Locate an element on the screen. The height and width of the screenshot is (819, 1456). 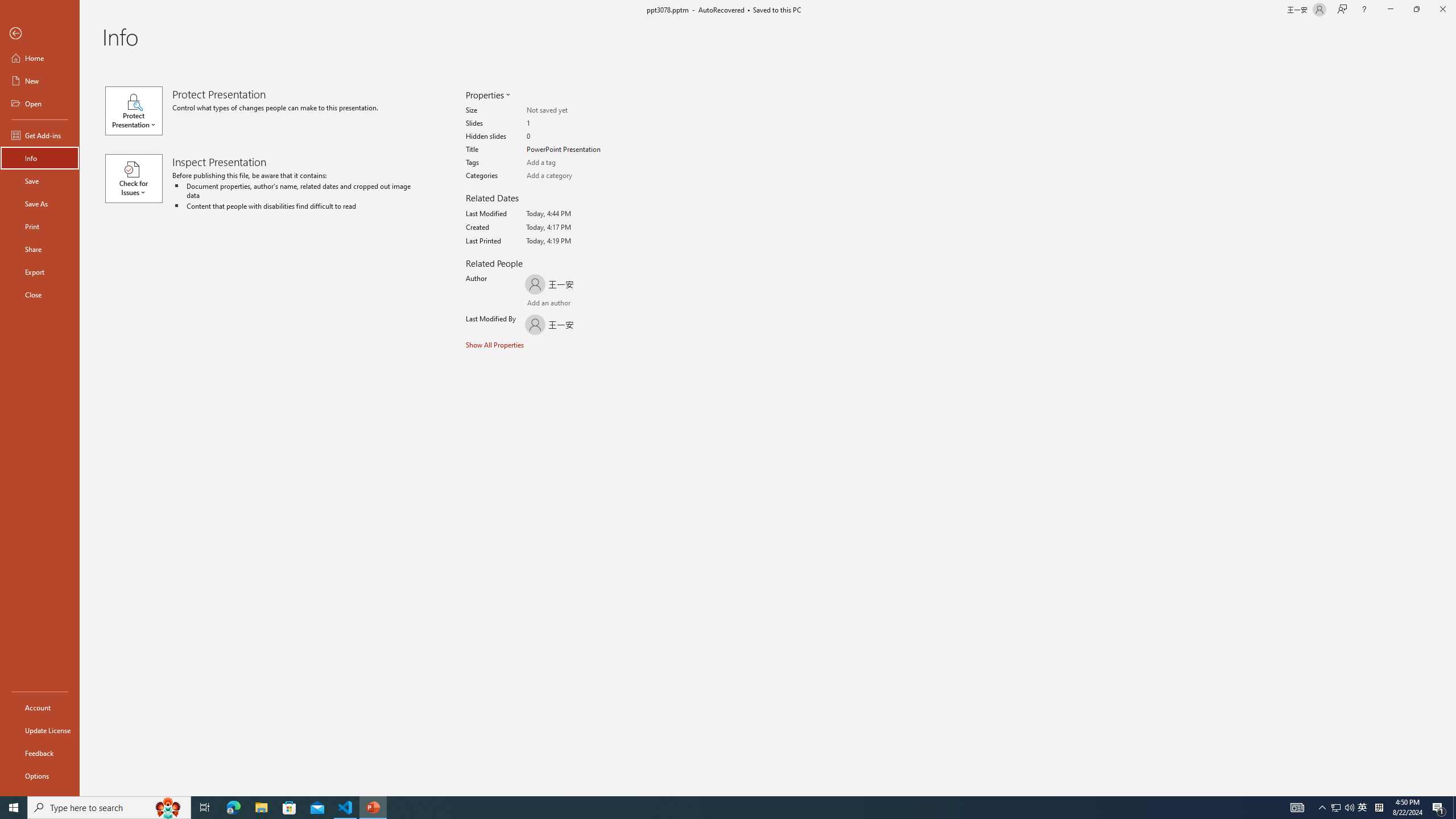
'Update License' is located at coordinates (39, 730).